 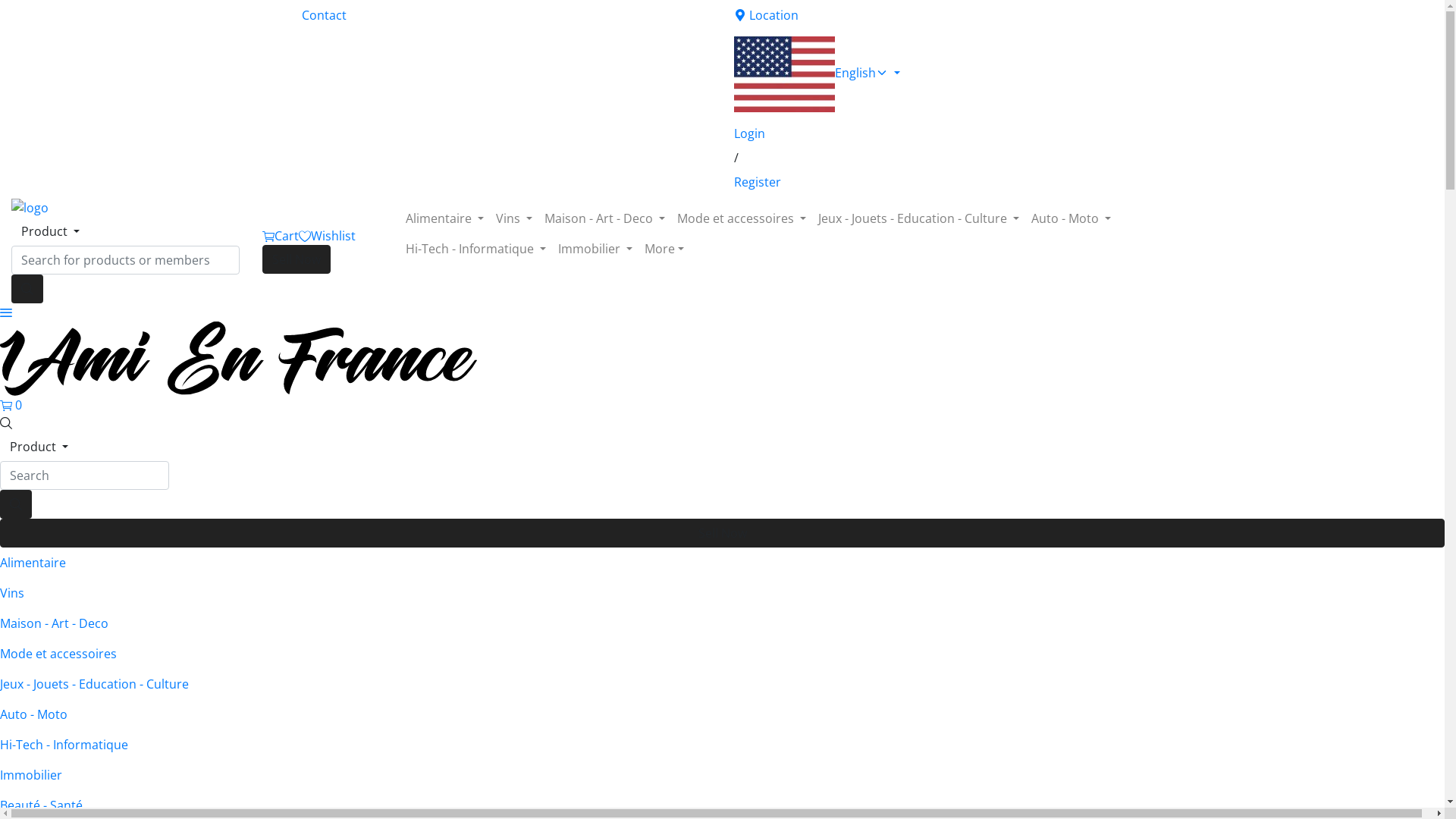 What do you see at coordinates (721, 592) in the screenshot?
I see `'Vins'` at bounding box center [721, 592].